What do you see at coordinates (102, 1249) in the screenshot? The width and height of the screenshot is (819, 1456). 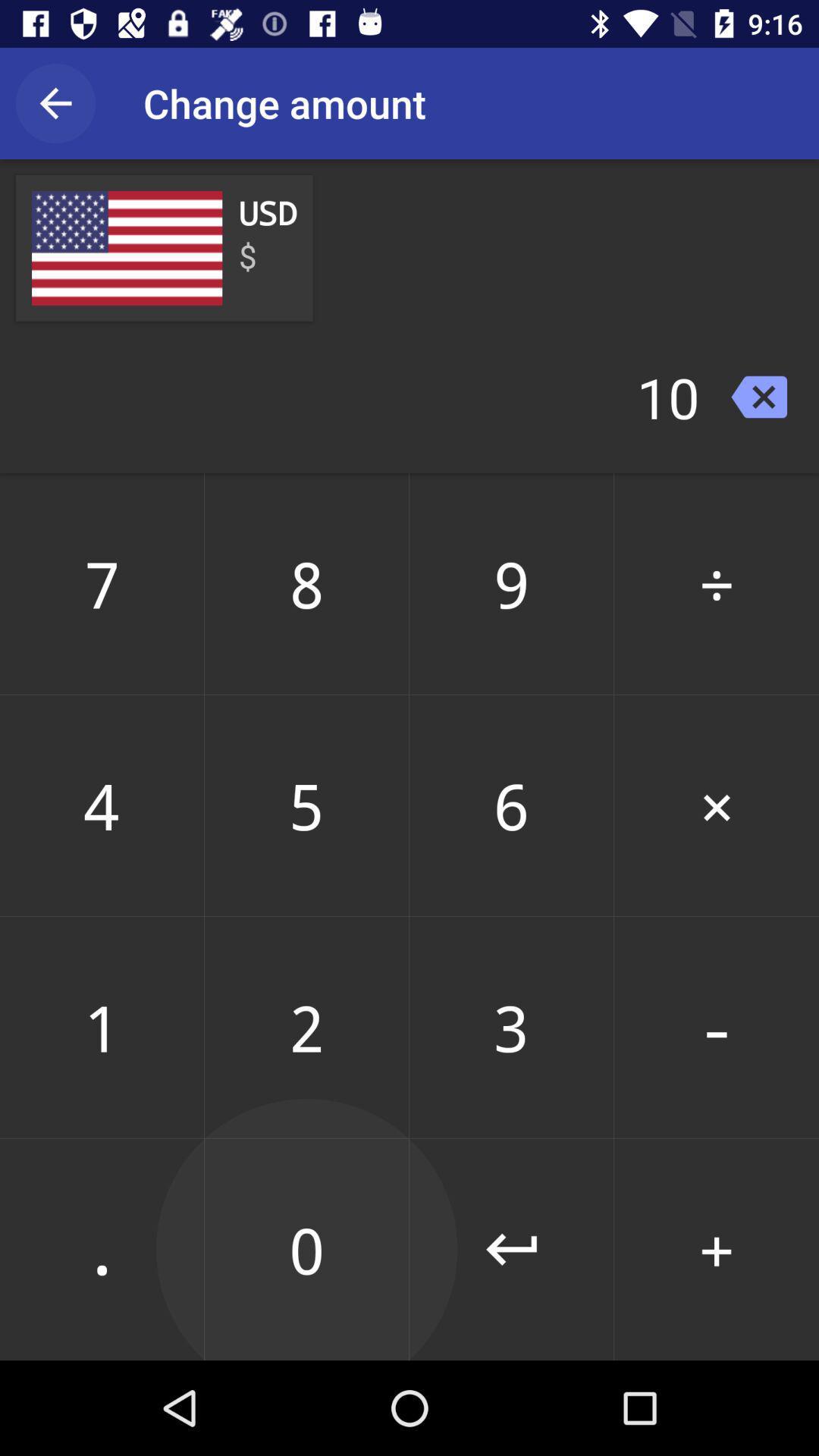 I see `the . icon` at bounding box center [102, 1249].